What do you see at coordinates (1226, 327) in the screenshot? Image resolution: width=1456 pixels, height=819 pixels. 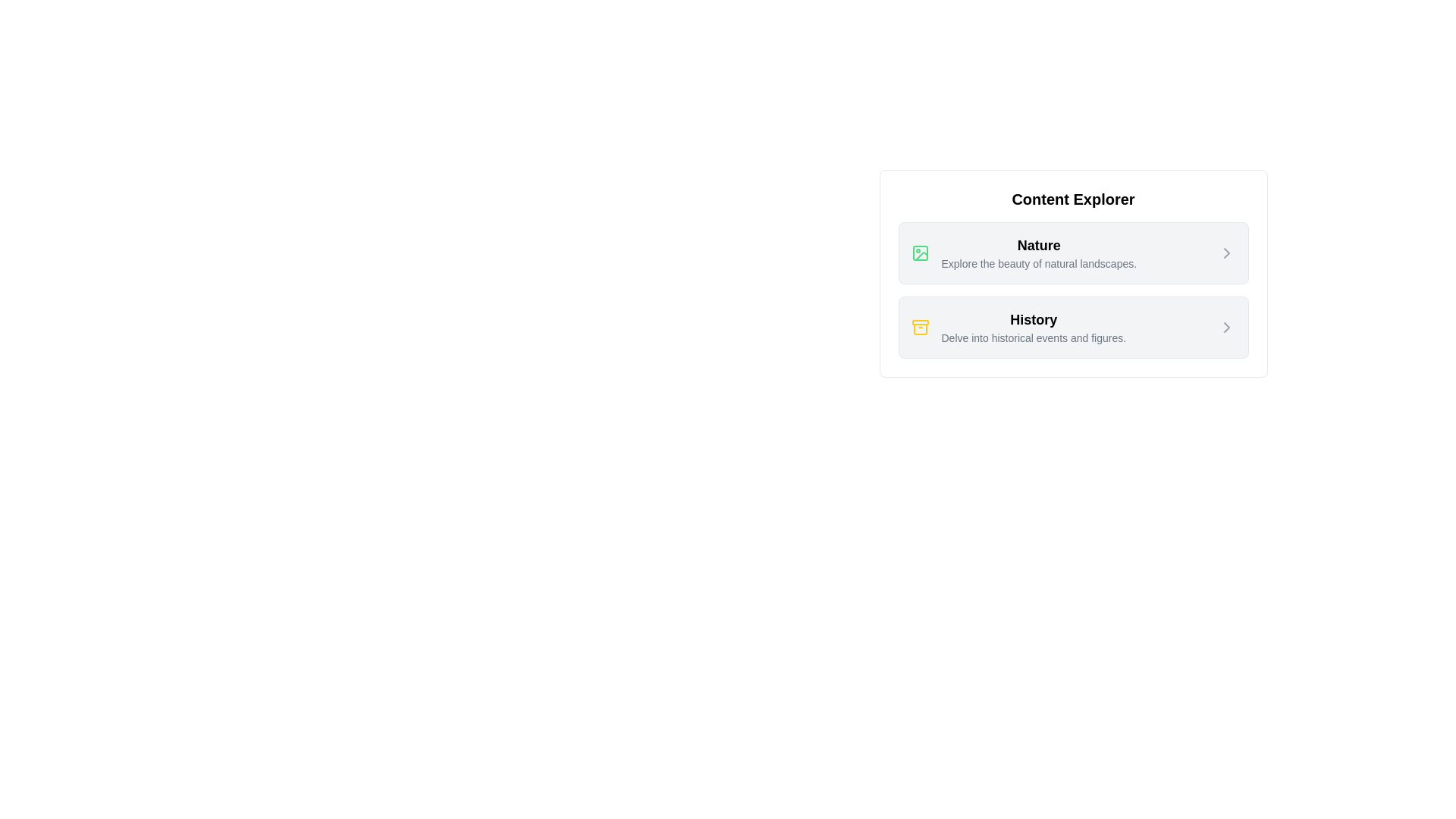 I see `the rightwards chevron arrow icon in the second list item labeled 'History' under 'Content Explorer'` at bounding box center [1226, 327].